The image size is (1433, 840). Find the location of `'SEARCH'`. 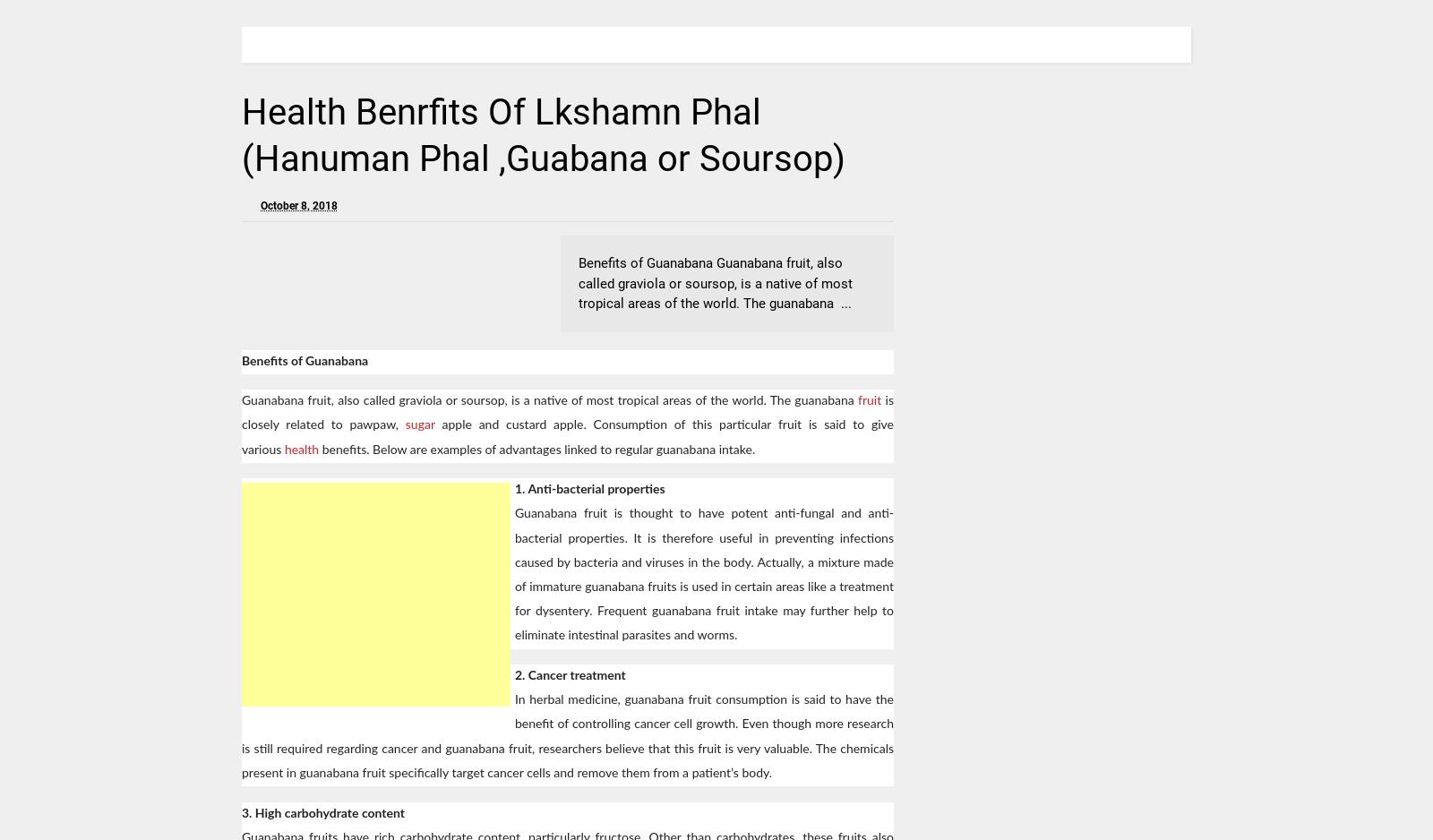

'SEARCH' is located at coordinates (1154, 43).